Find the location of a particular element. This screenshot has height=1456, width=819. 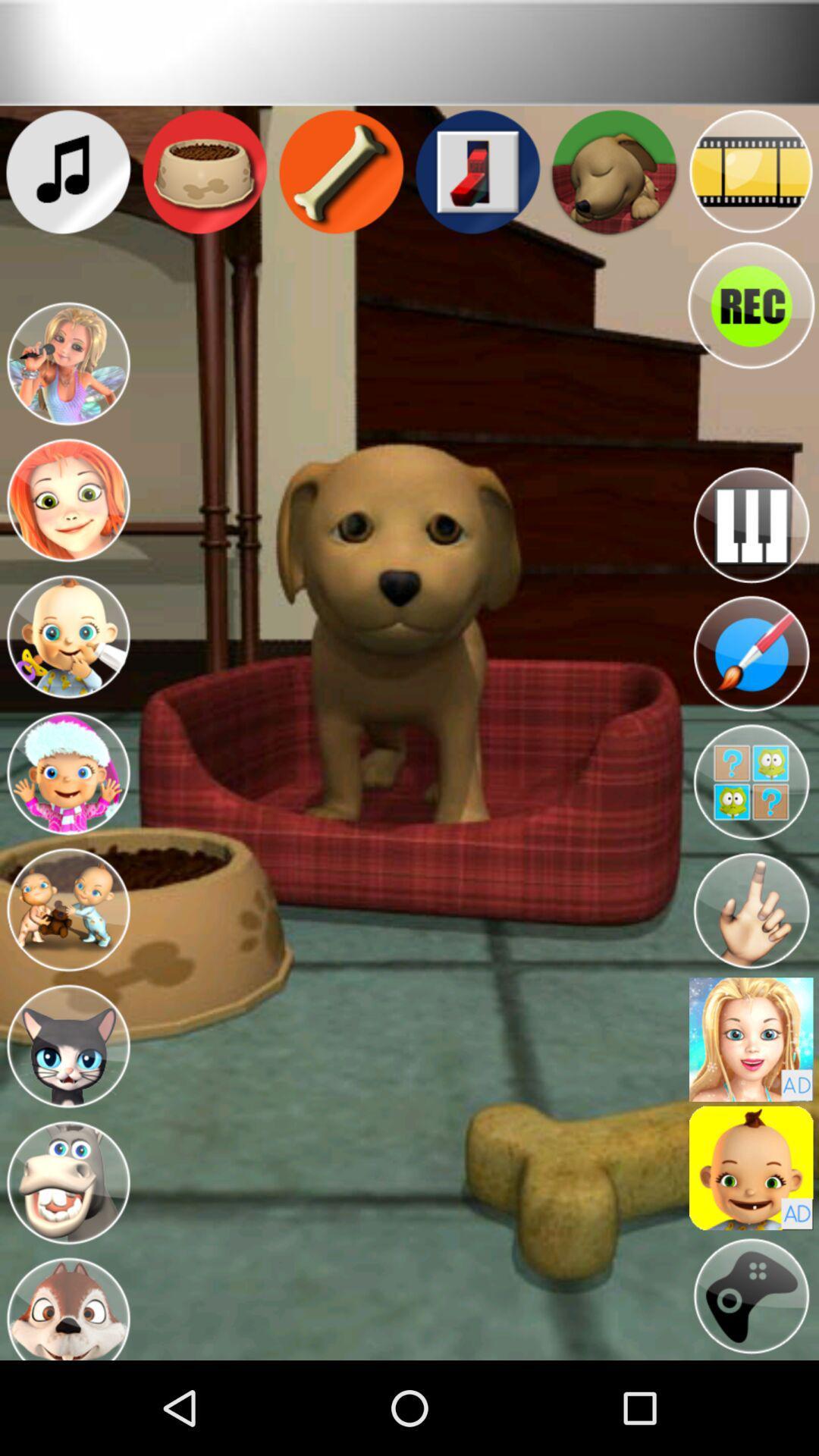

the avatar icon is located at coordinates (751, 1112).